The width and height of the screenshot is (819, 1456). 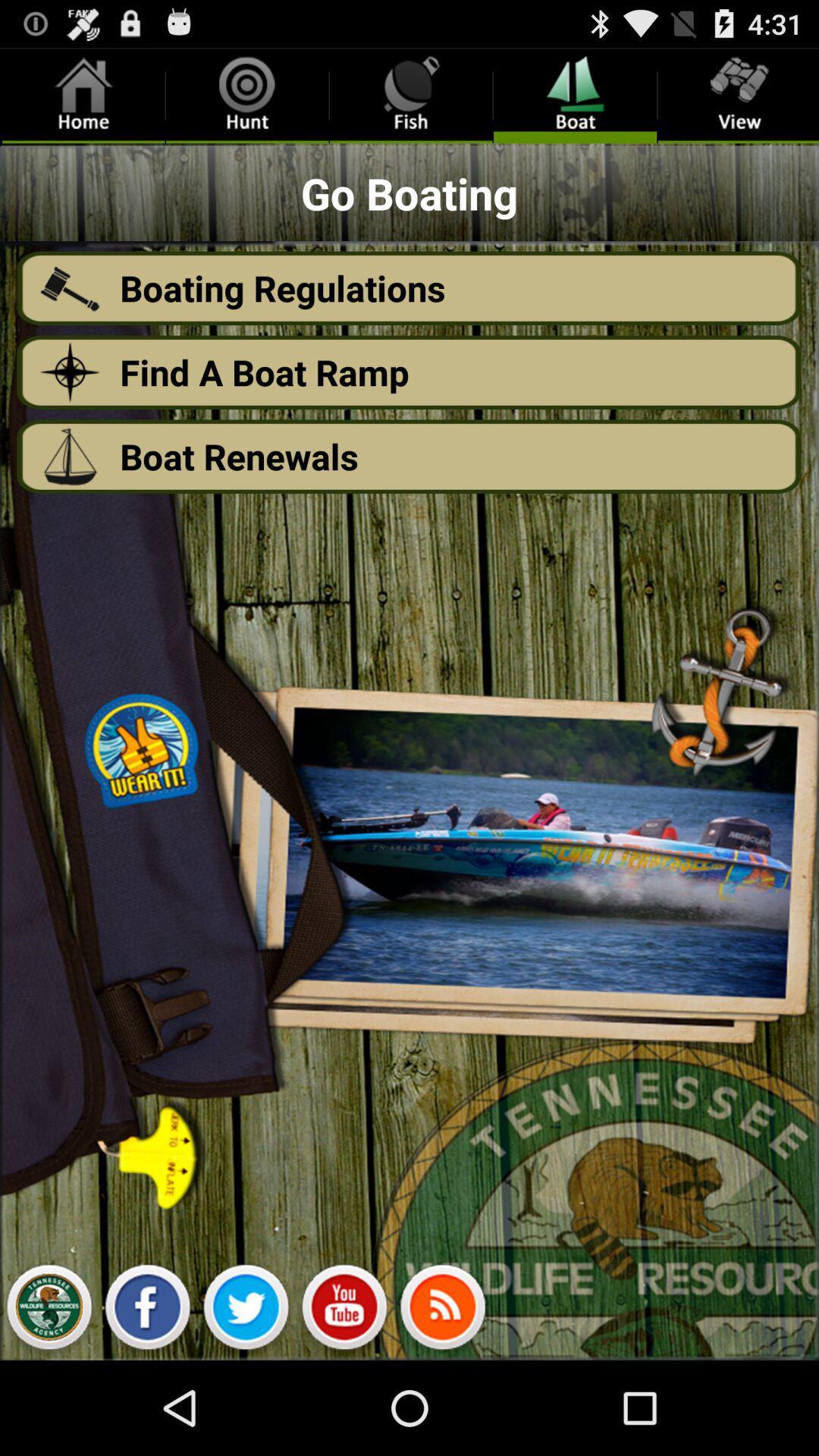 What do you see at coordinates (442, 1310) in the screenshot?
I see `connect wifi` at bounding box center [442, 1310].